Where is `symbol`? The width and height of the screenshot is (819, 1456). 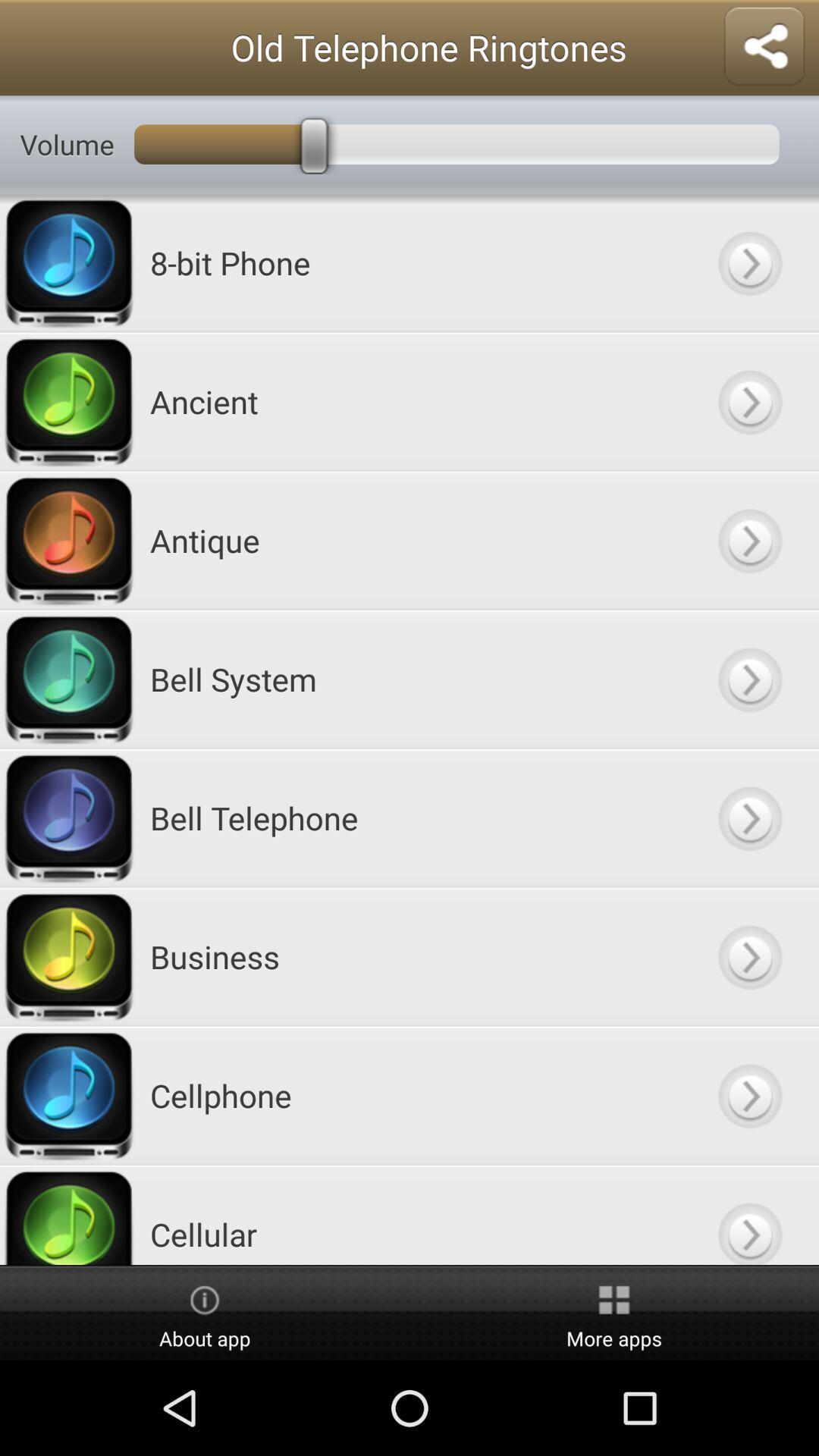
symbol is located at coordinates (748, 540).